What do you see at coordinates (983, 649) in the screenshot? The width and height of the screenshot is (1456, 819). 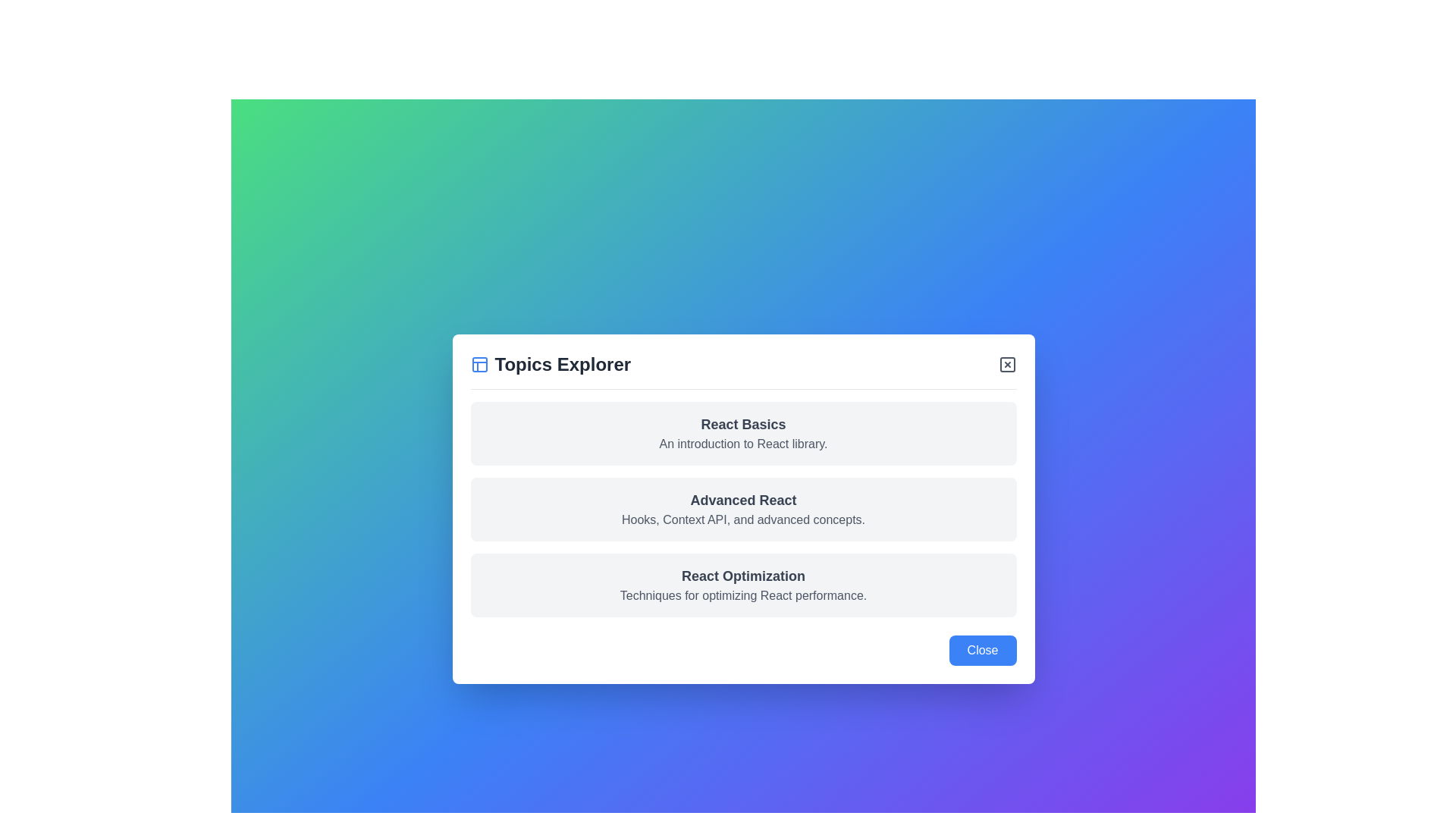 I see `the 'Close' button located in the bottom-right corner of a modal dialog` at bounding box center [983, 649].